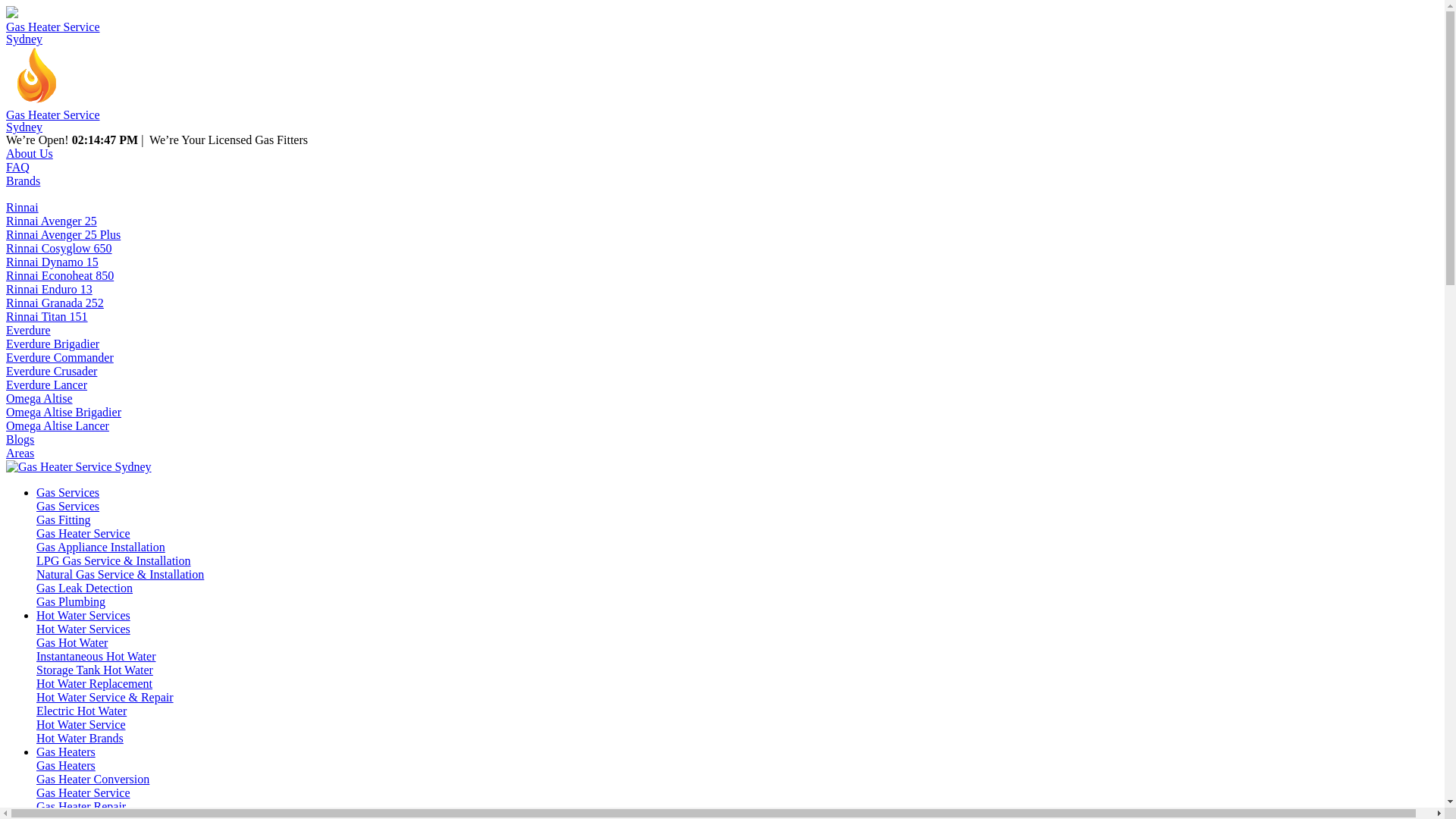  I want to click on 'Hot Water Service', so click(80, 723).